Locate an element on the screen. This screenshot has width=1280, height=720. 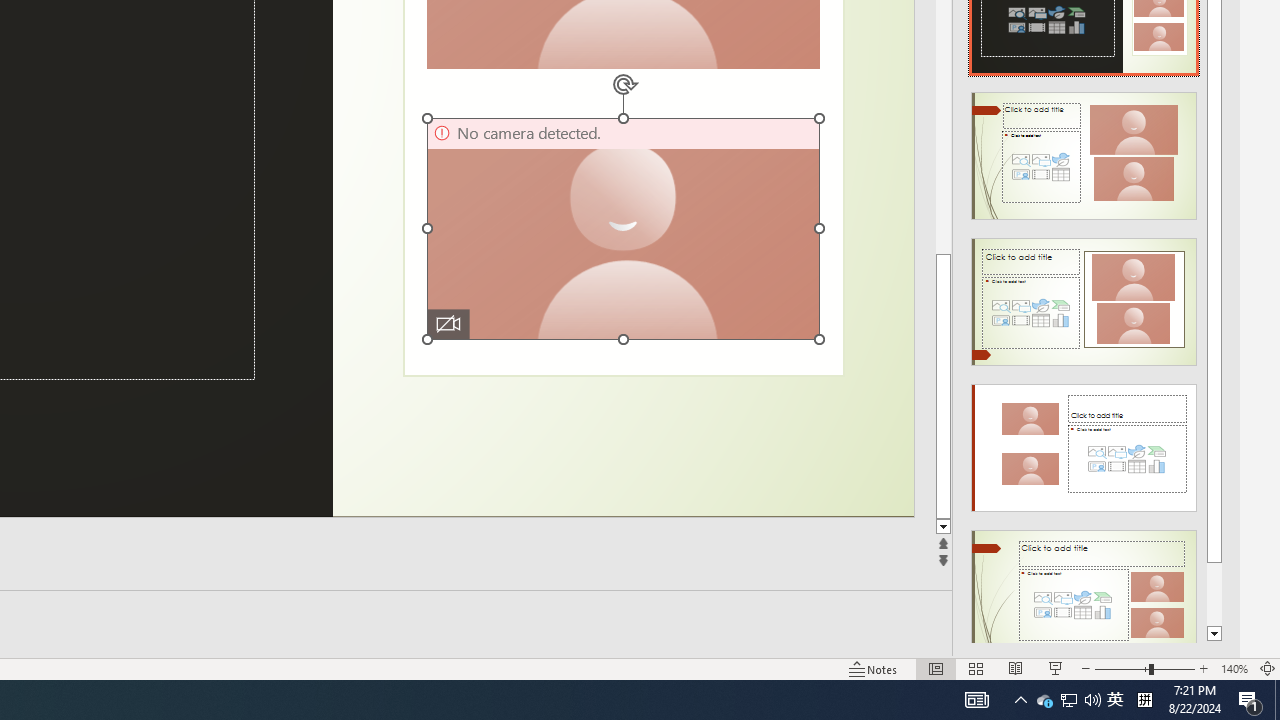
'Notes ' is located at coordinates (874, 669).